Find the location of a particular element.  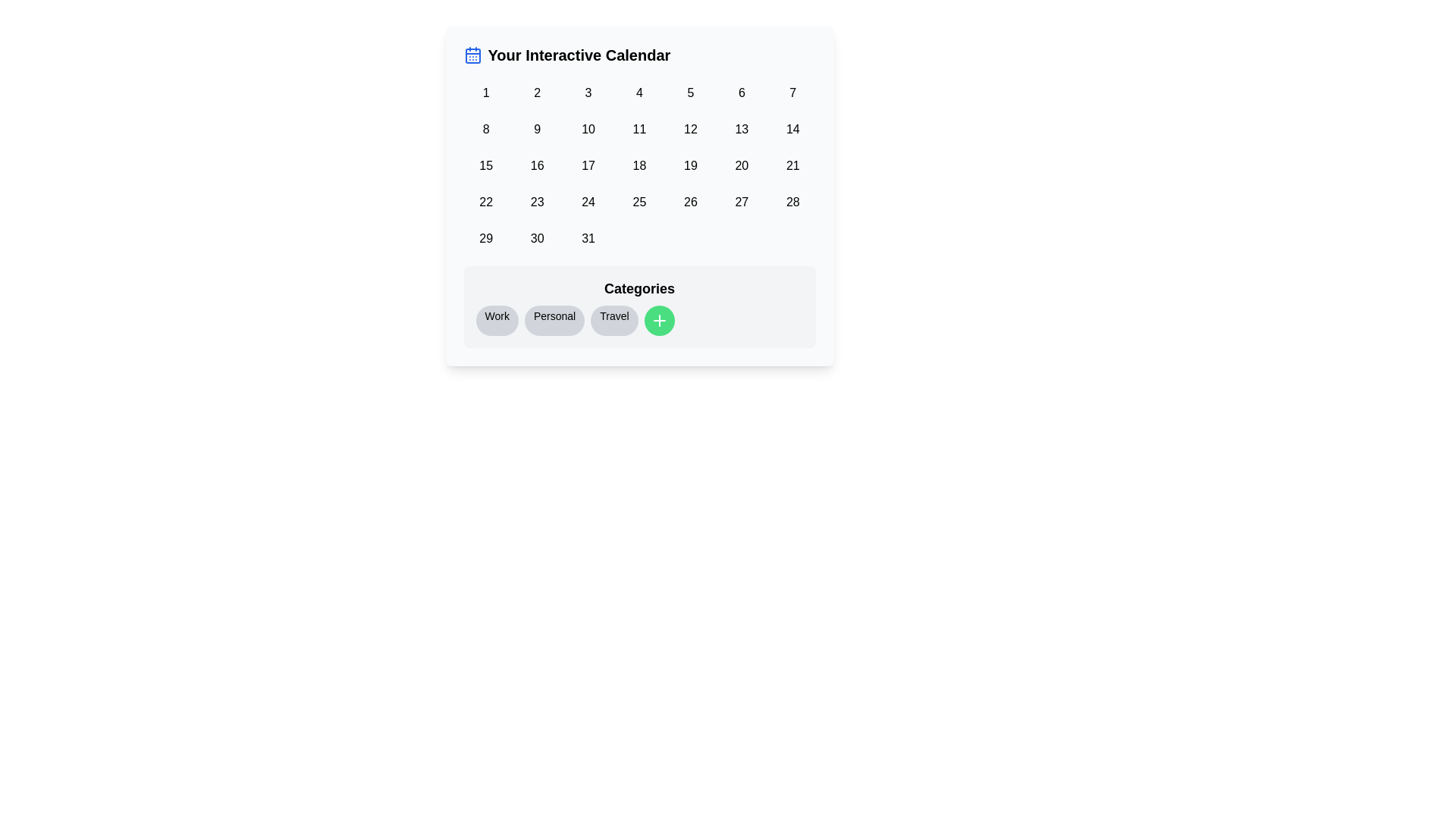

the calendar day button displaying '25', located in the 4th row and 4th column of the grid layout is located at coordinates (639, 201).